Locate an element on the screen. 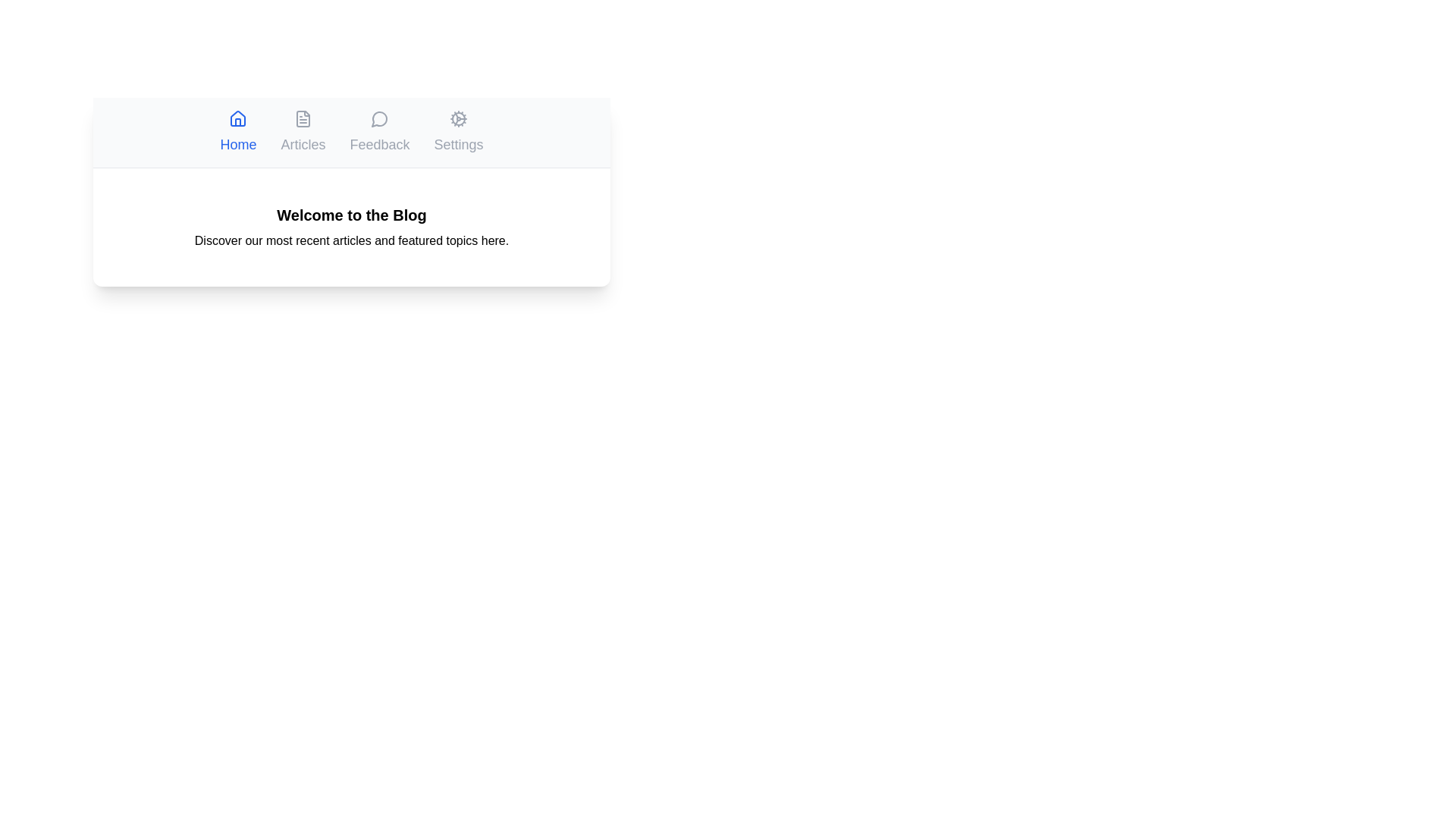 Image resolution: width=1456 pixels, height=819 pixels. the Settings tab to switch to its content section is located at coordinates (457, 131).